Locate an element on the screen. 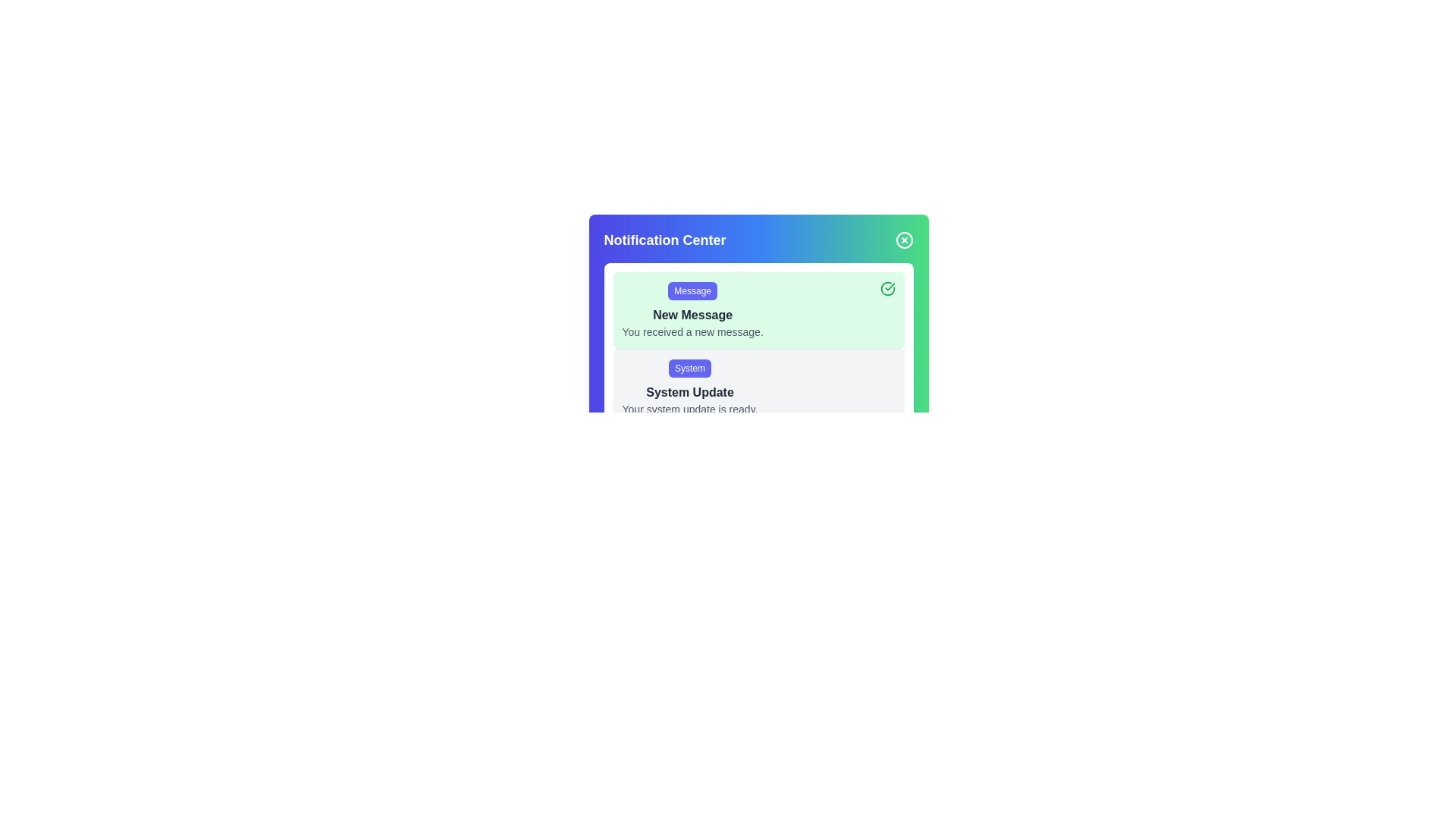 This screenshot has width=1456, height=819. the green circular graphical element (SVG Circle) located in the notification panel near the top-right corner of the header section is located at coordinates (904, 239).